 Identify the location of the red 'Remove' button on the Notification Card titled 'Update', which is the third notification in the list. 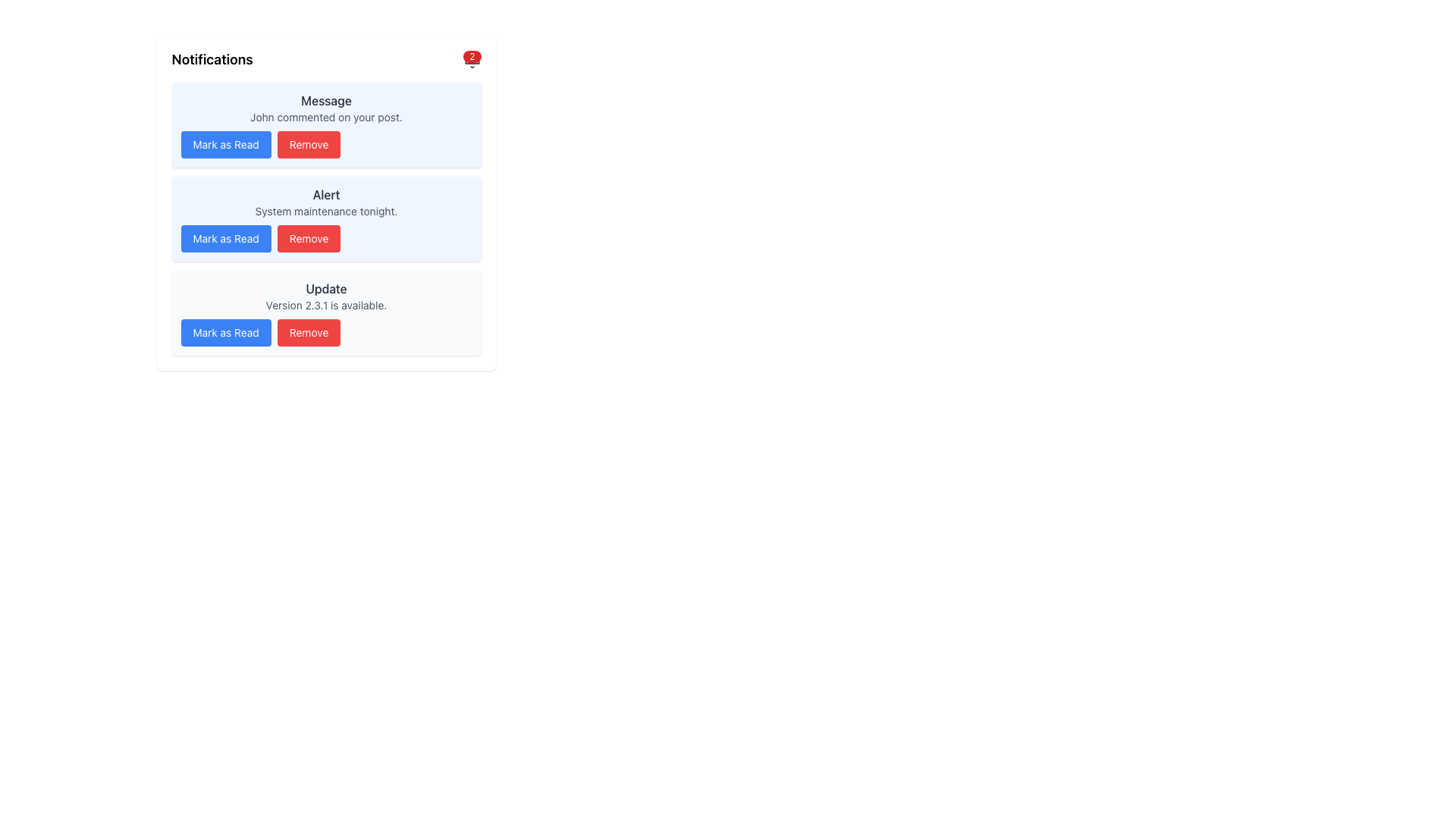
(325, 312).